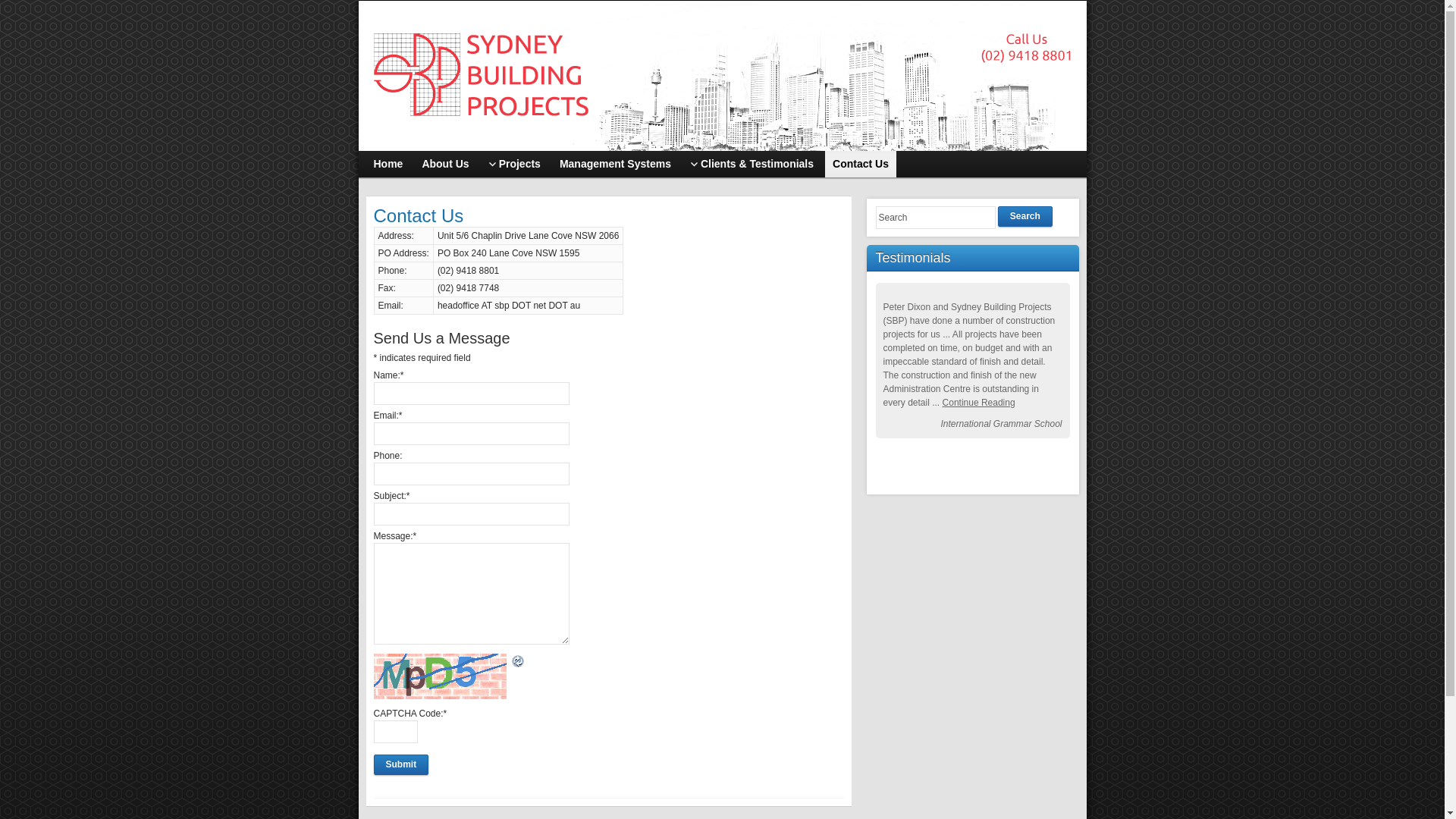  What do you see at coordinates (1025, 216) in the screenshot?
I see `'Search'` at bounding box center [1025, 216].